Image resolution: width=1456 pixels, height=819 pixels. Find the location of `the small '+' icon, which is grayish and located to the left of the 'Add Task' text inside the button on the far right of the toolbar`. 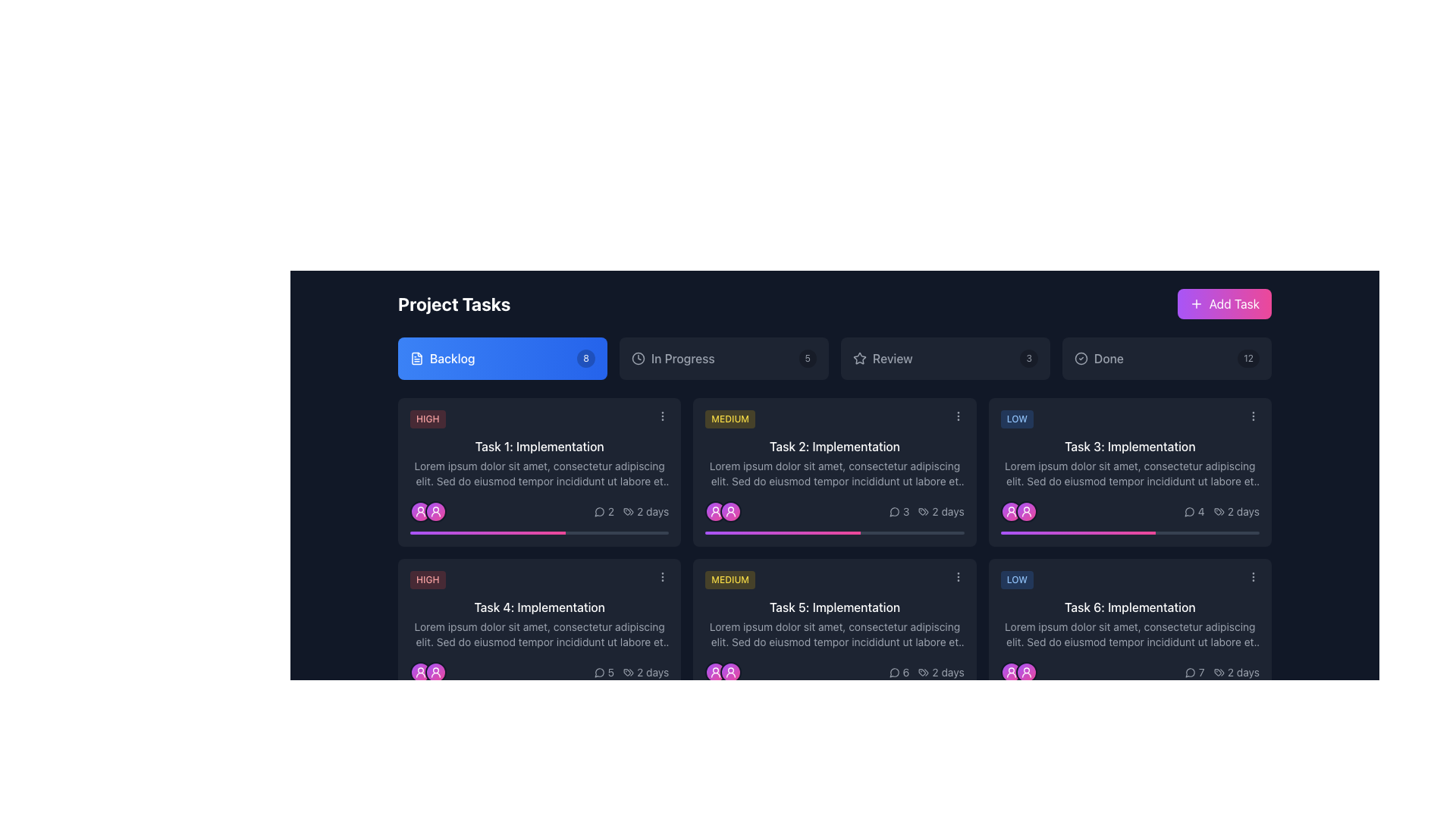

the small '+' icon, which is grayish and located to the left of the 'Add Task' text inside the button on the far right of the toolbar is located at coordinates (1195, 304).